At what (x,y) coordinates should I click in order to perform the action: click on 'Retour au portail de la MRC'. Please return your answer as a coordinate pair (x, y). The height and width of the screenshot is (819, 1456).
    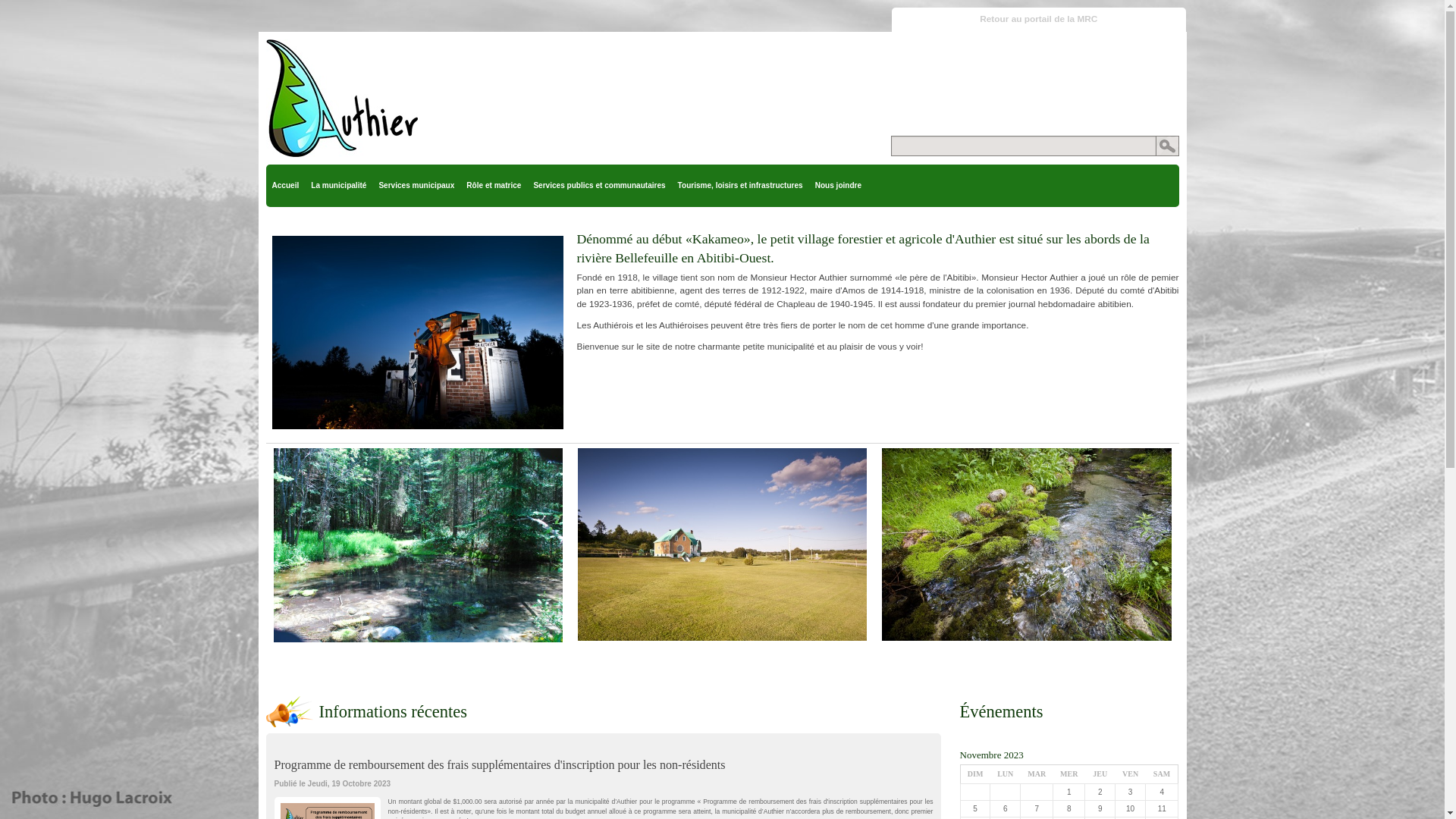
    Looking at the image, I should click on (1037, 20).